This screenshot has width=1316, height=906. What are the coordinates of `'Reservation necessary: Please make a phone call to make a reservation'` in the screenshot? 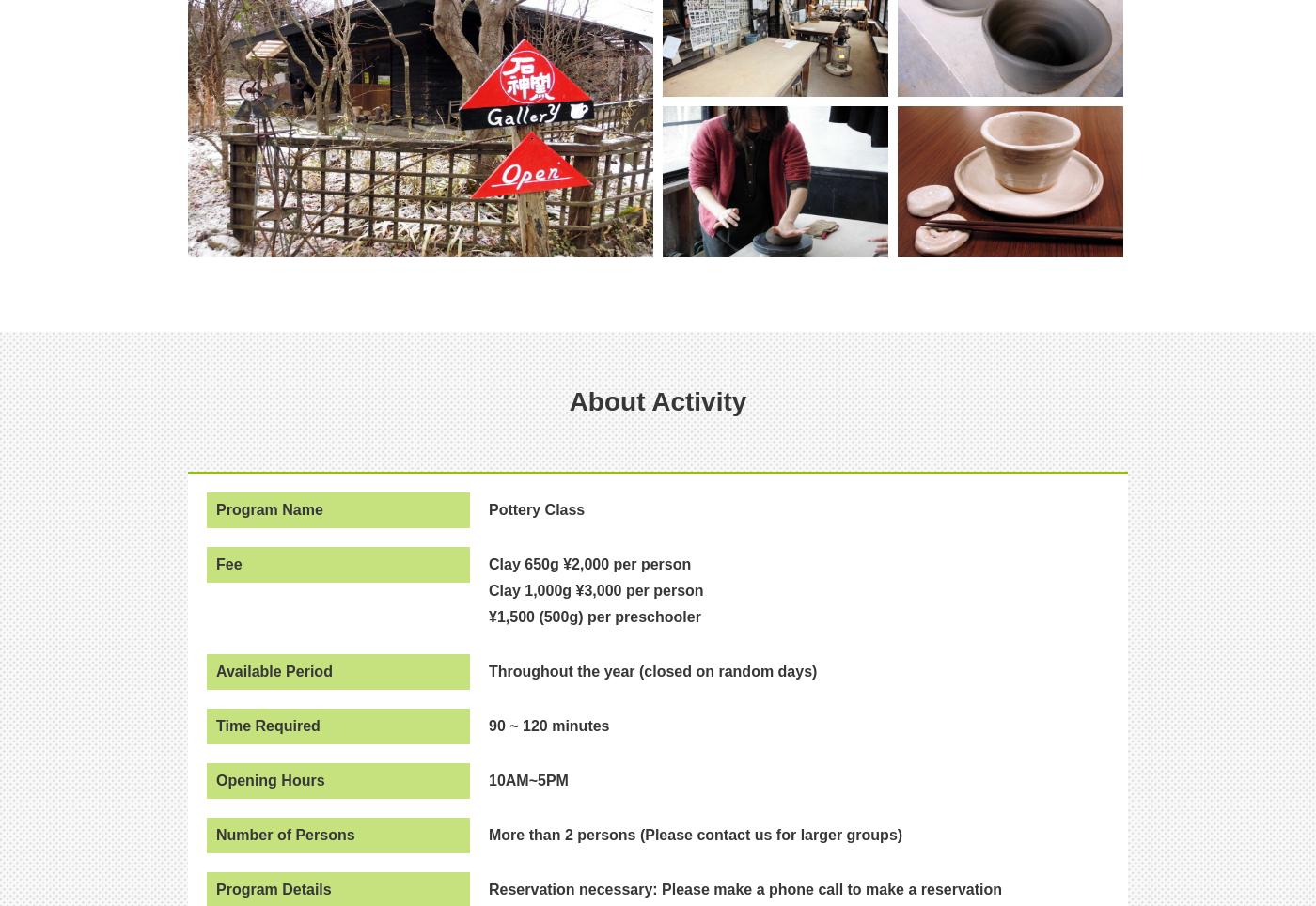 It's located at (744, 888).